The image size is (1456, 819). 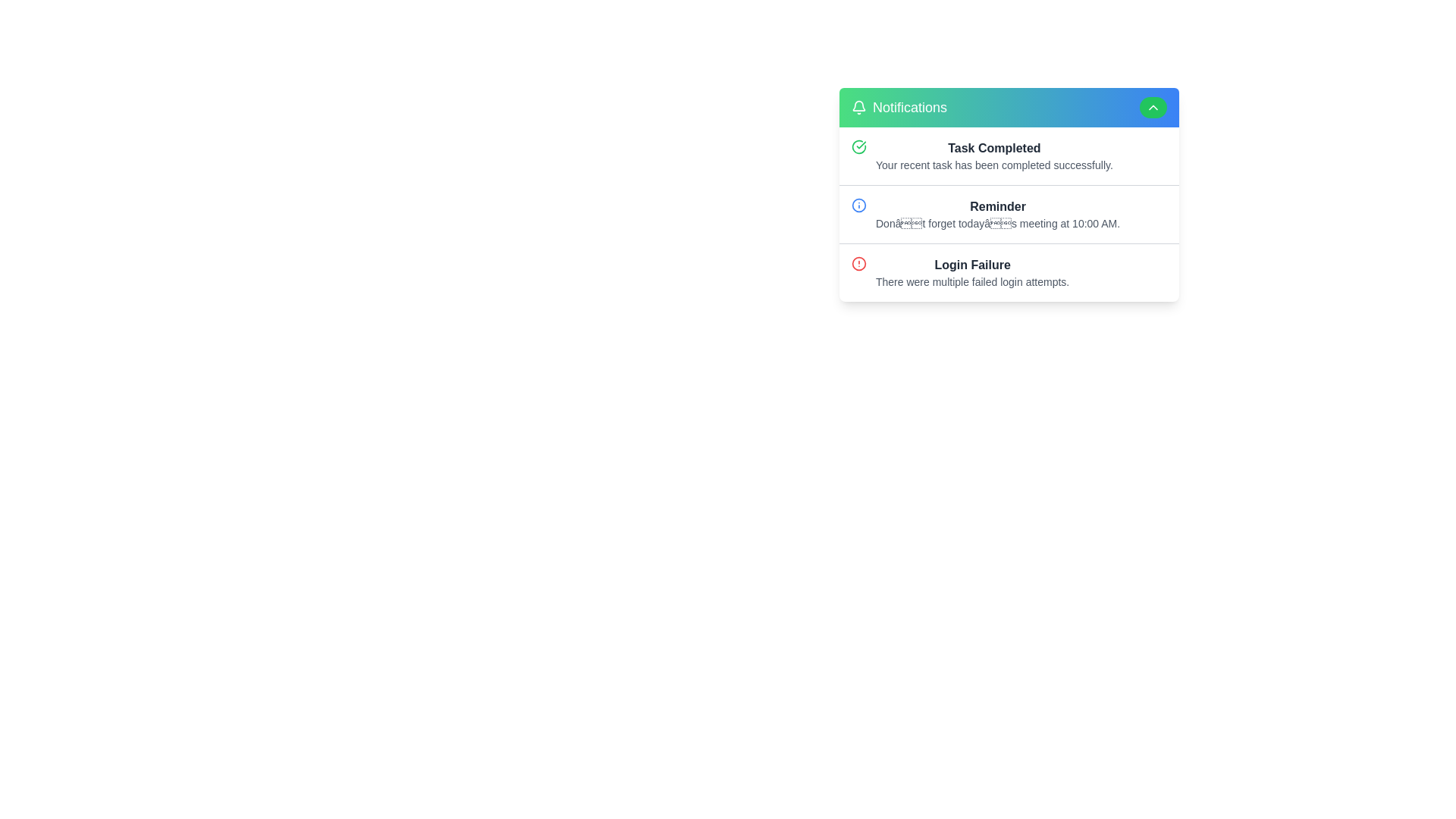 What do you see at coordinates (972, 265) in the screenshot?
I see `the Text Header indicating the login failure notification to copy its text` at bounding box center [972, 265].